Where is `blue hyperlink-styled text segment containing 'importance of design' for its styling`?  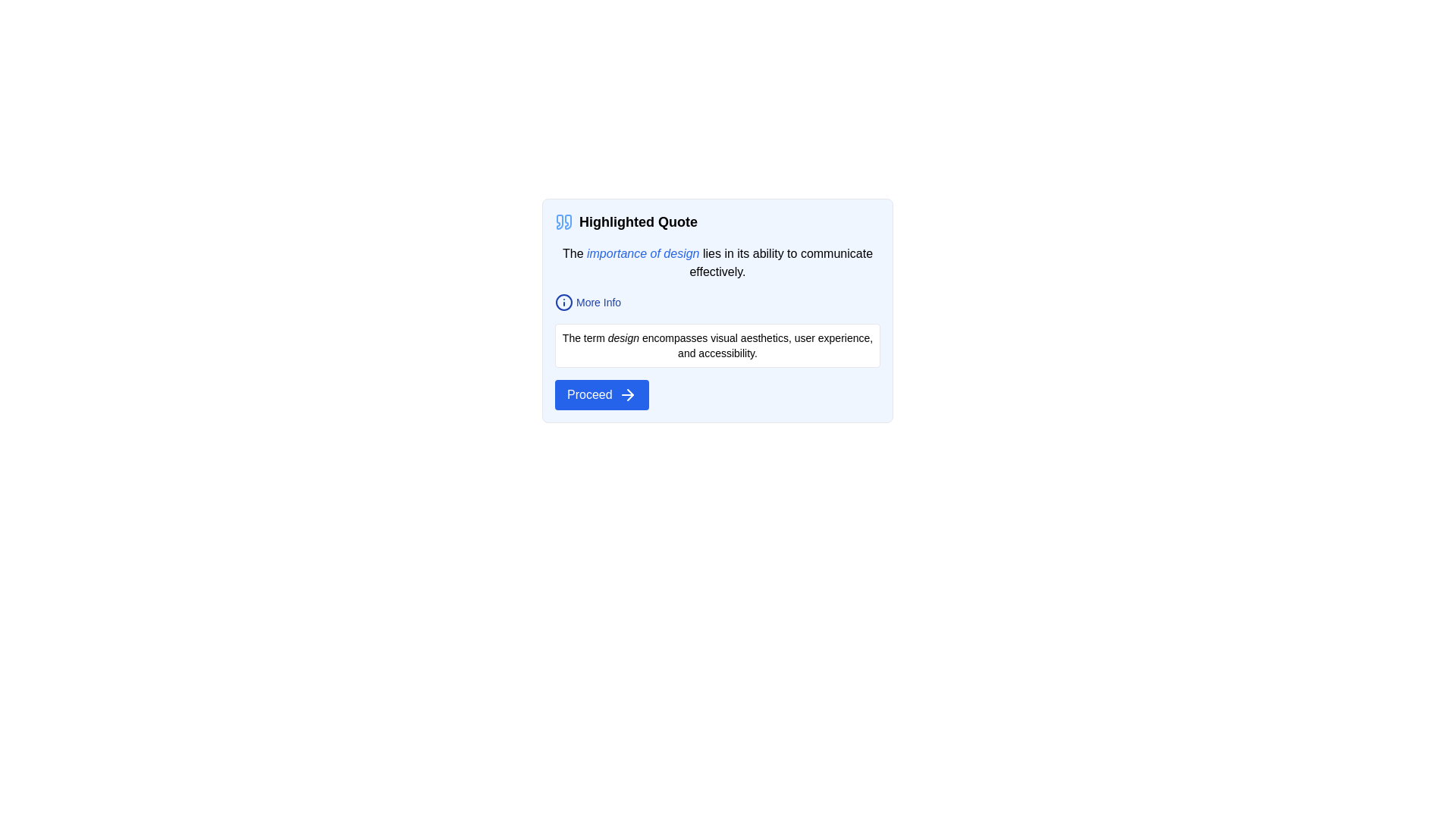 blue hyperlink-styled text segment containing 'importance of design' for its styling is located at coordinates (643, 253).